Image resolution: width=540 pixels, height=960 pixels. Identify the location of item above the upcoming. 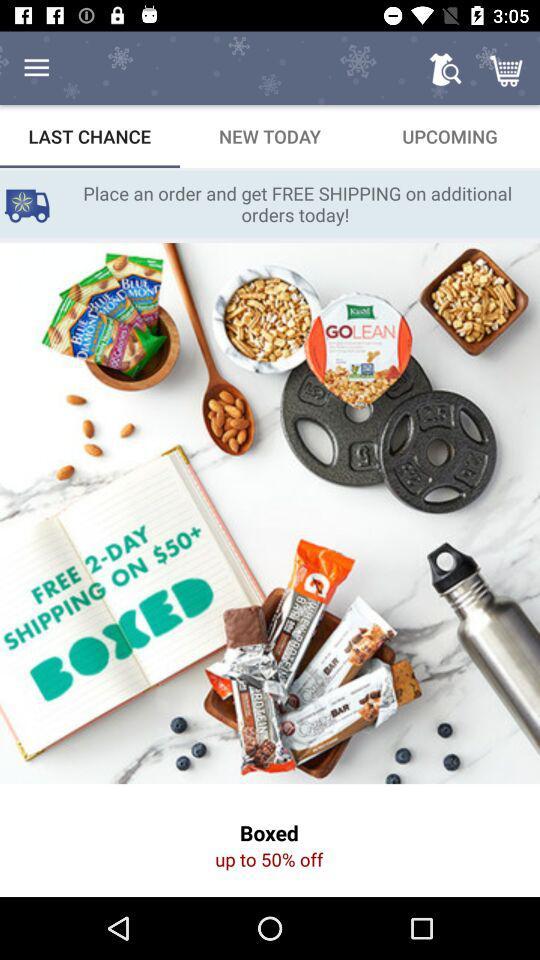
(508, 68).